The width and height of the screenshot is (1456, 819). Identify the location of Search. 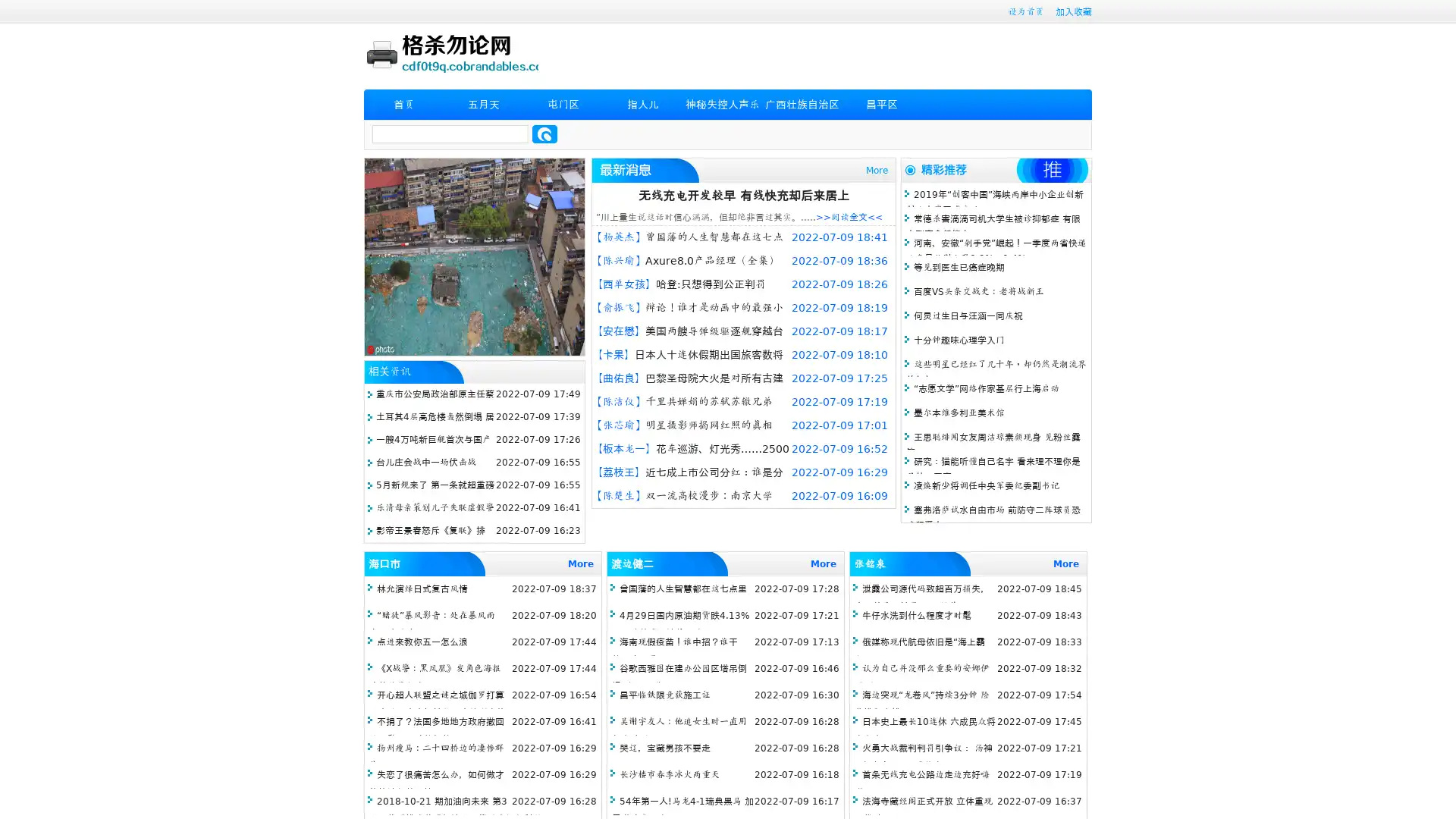
(544, 133).